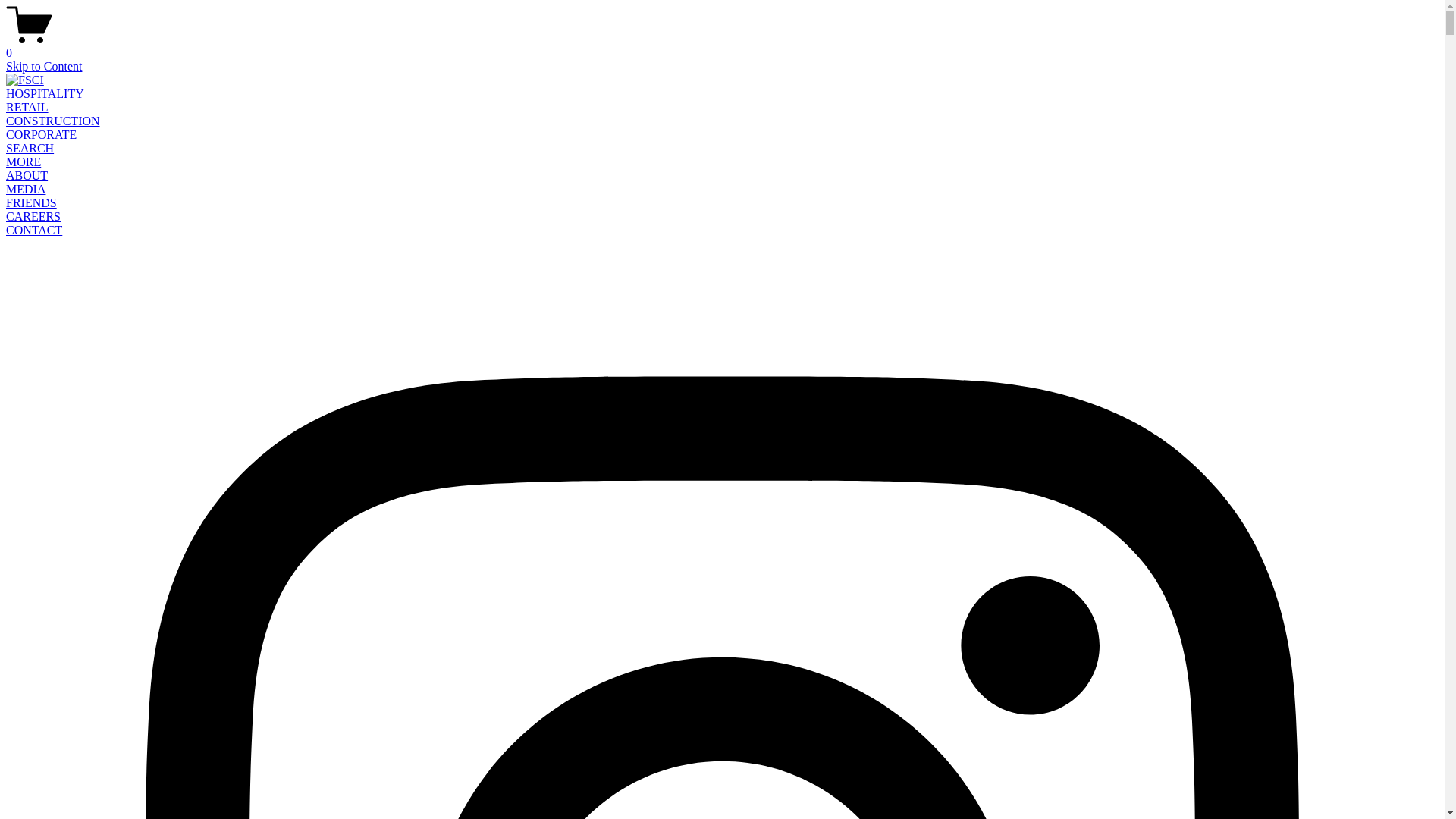 This screenshot has width=1456, height=819. What do you see at coordinates (31, 202) in the screenshot?
I see `'FRIENDS'` at bounding box center [31, 202].